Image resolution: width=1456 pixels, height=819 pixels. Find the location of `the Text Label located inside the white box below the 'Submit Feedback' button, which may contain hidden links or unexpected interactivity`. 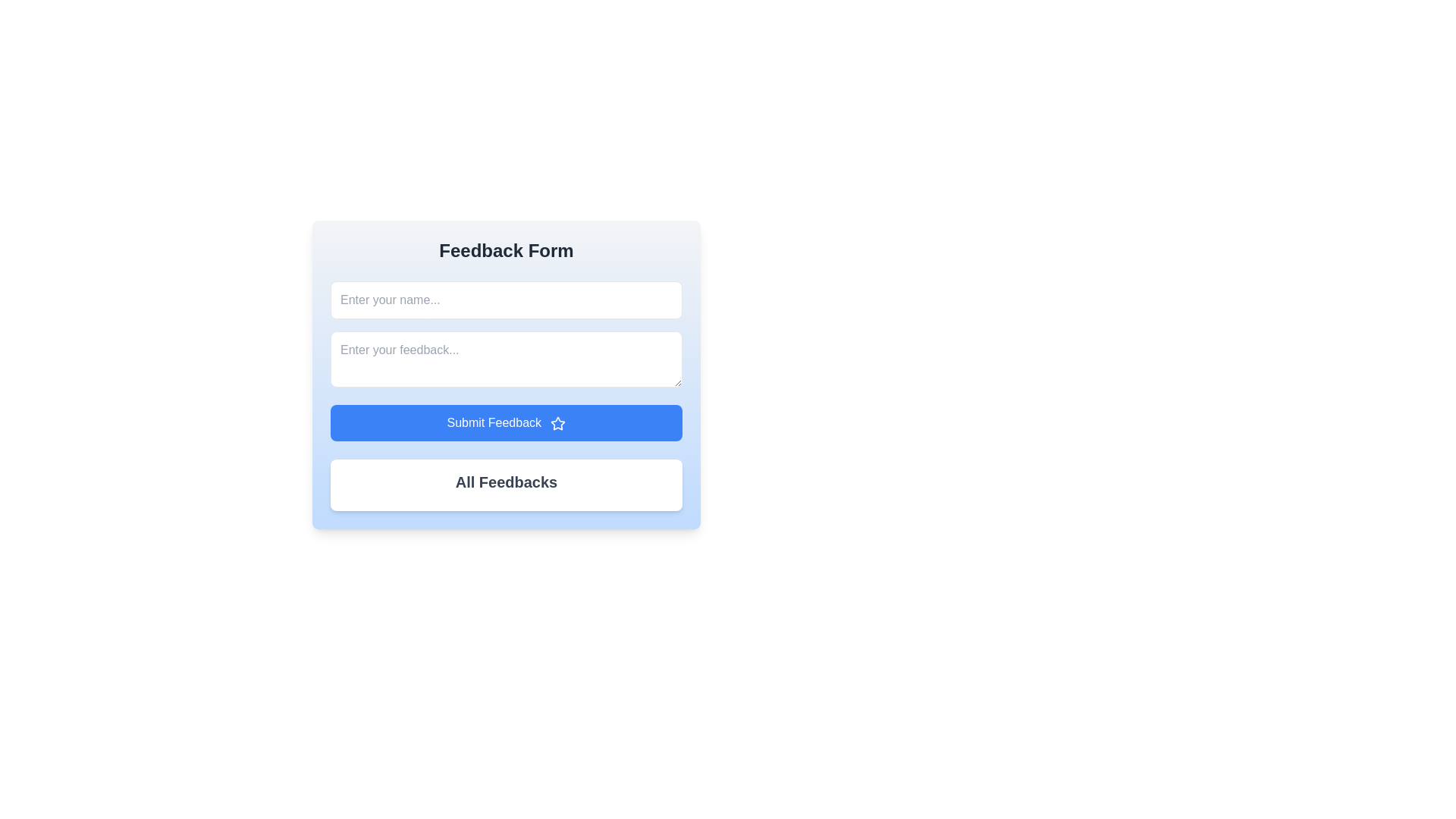

the Text Label located inside the white box below the 'Submit Feedback' button, which may contain hidden links or unexpected interactivity is located at coordinates (506, 482).